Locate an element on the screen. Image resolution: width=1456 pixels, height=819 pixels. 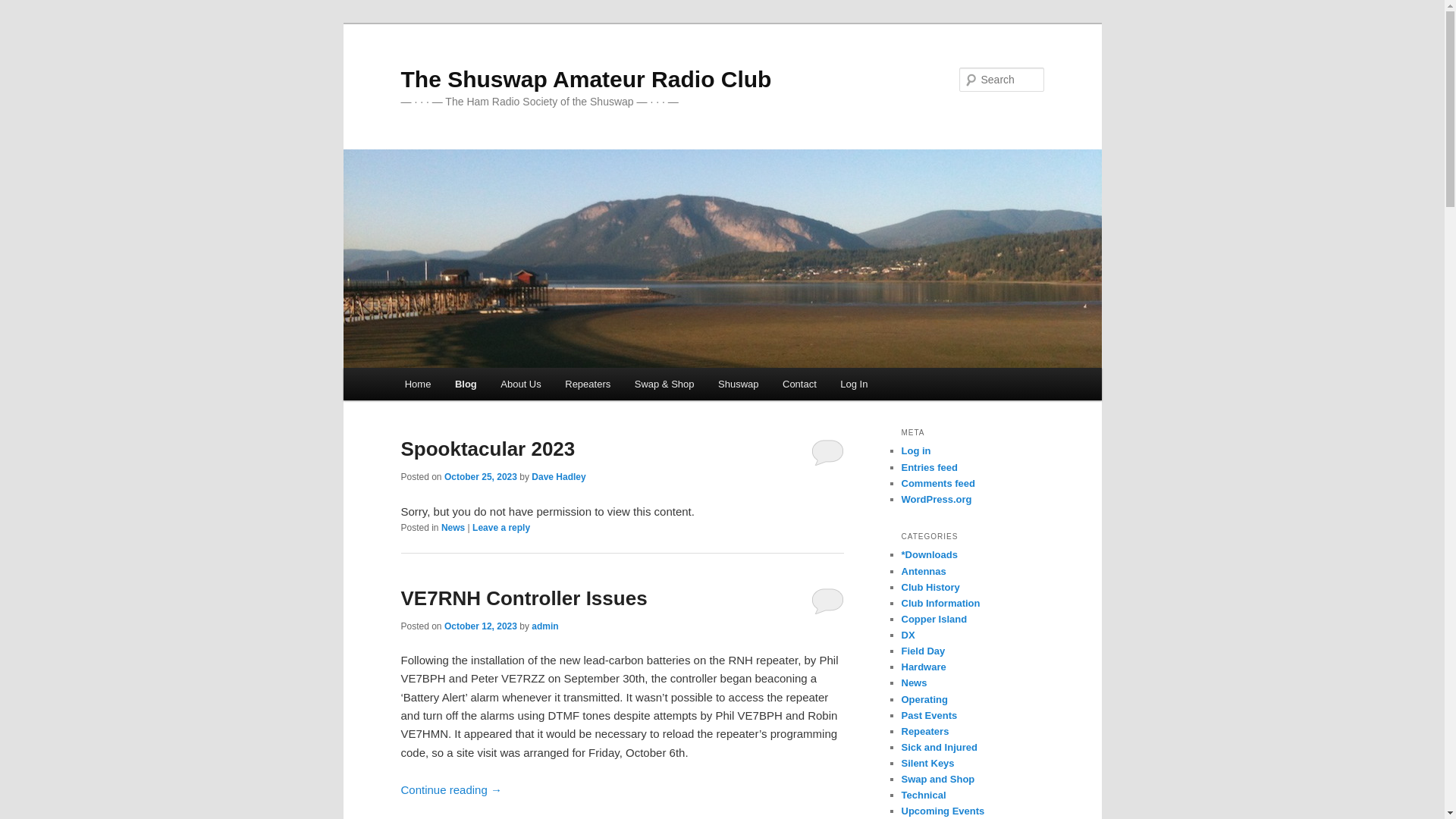
'WordPress.org' is located at coordinates (935, 499).